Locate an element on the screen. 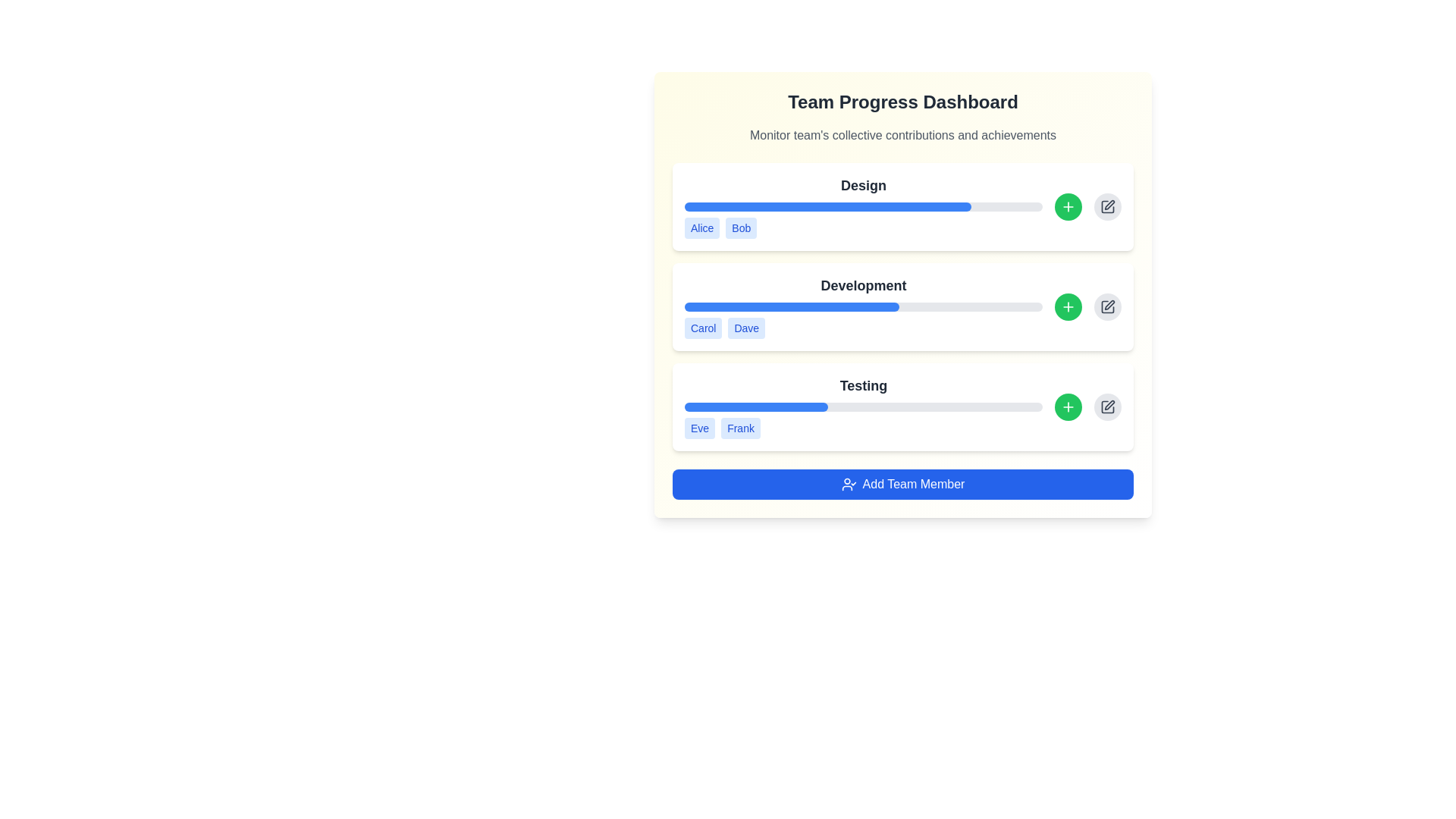  the small rectangular icon depicting a pen or pencil located on the far right of the 'Design' section in the dashboard card is located at coordinates (1107, 207).